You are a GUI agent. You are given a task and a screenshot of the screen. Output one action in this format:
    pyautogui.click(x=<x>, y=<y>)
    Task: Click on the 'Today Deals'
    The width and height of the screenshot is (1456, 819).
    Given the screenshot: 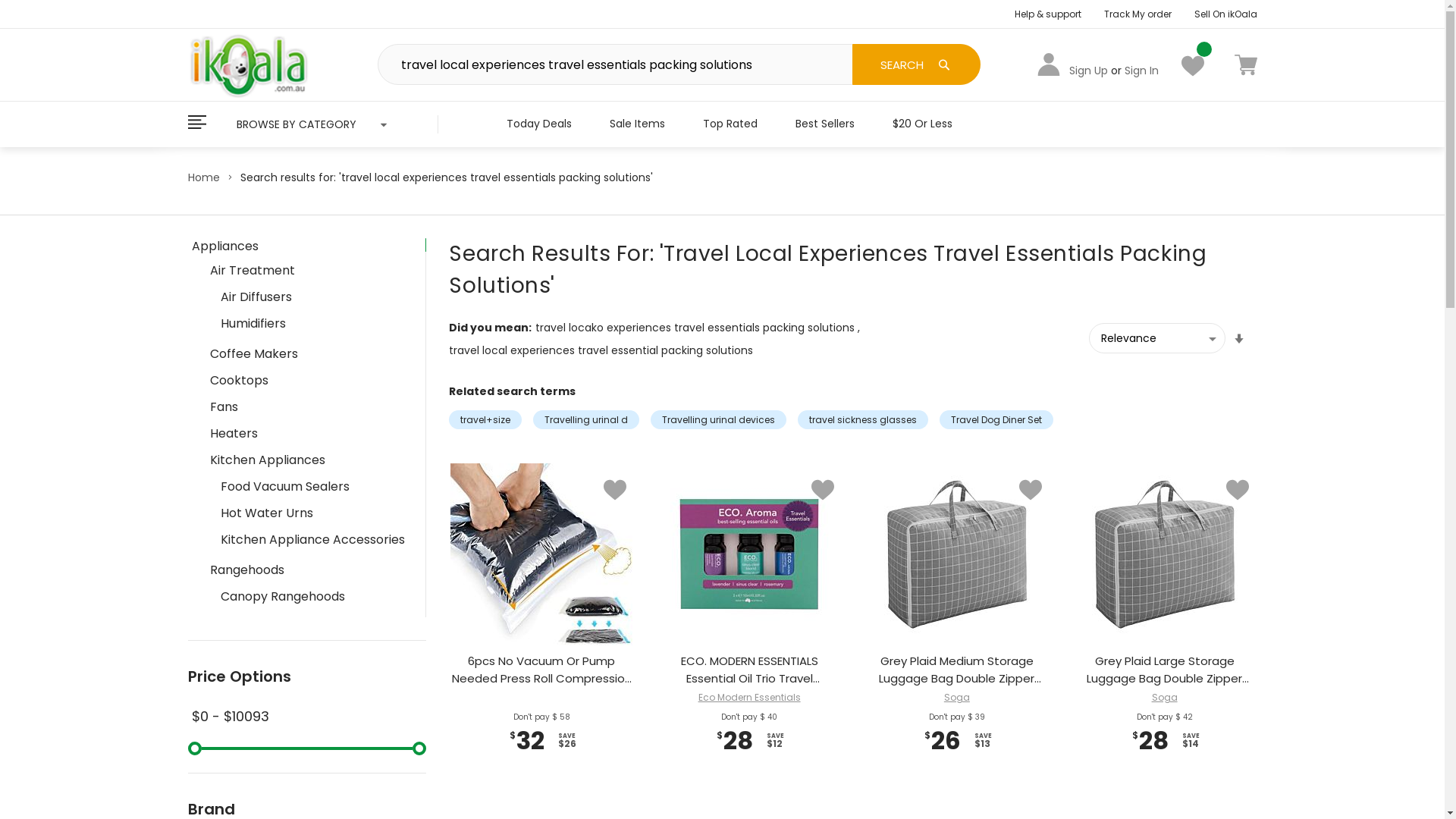 What is the action you would take?
    pyautogui.click(x=538, y=122)
    